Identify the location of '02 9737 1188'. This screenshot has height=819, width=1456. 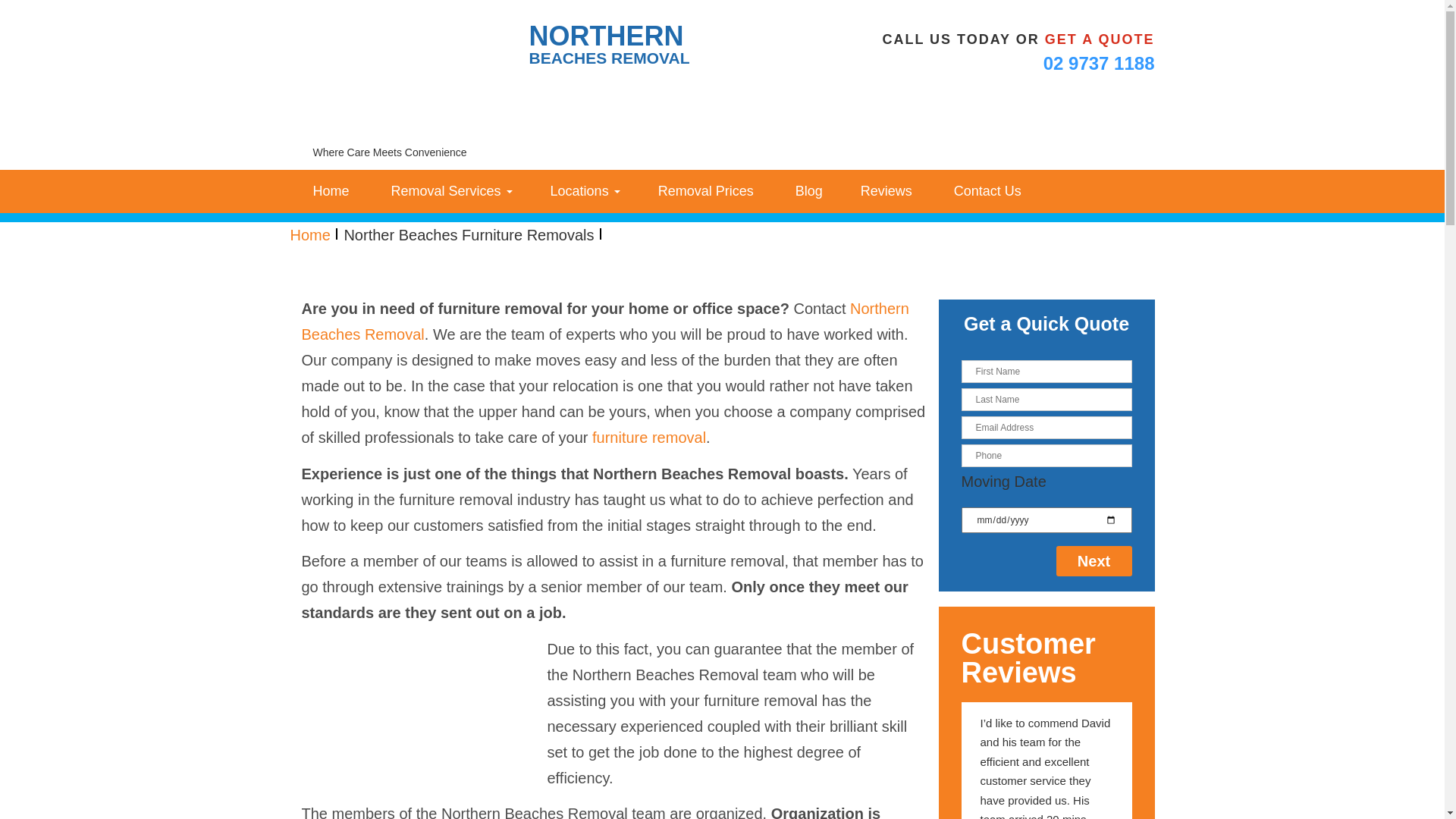
(1099, 63).